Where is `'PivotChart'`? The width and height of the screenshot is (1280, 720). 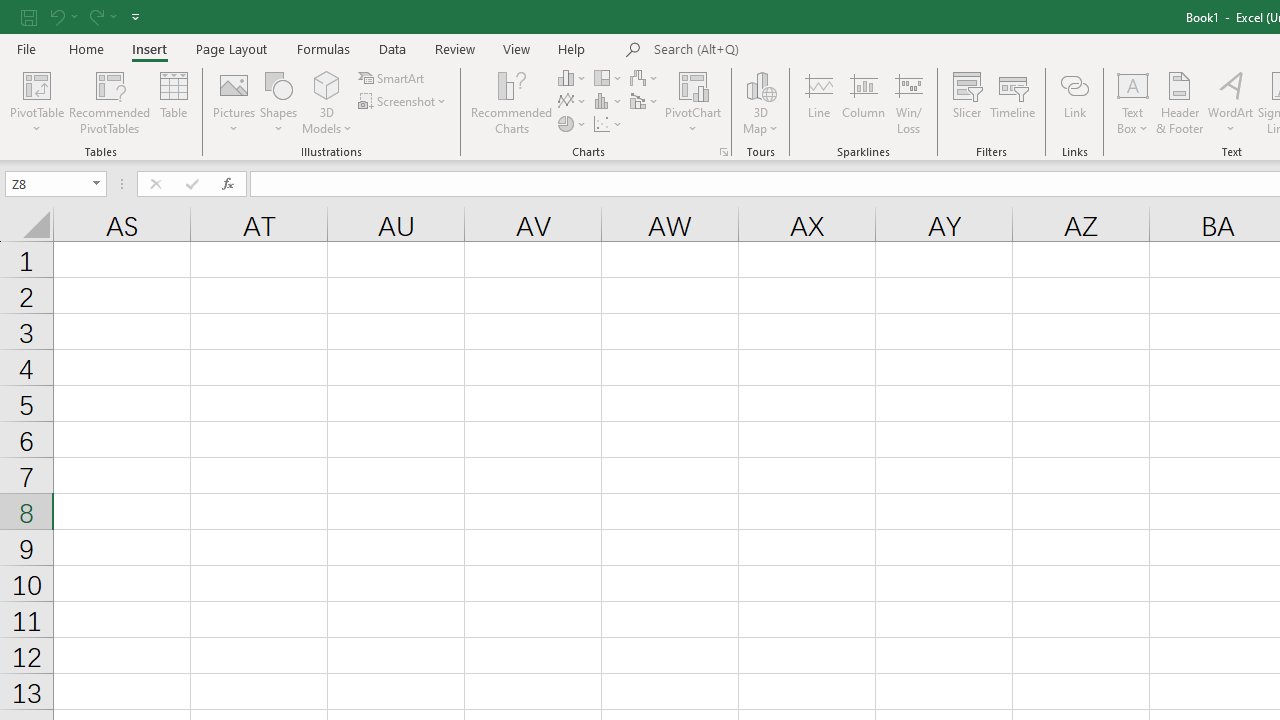
'PivotChart' is located at coordinates (693, 103).